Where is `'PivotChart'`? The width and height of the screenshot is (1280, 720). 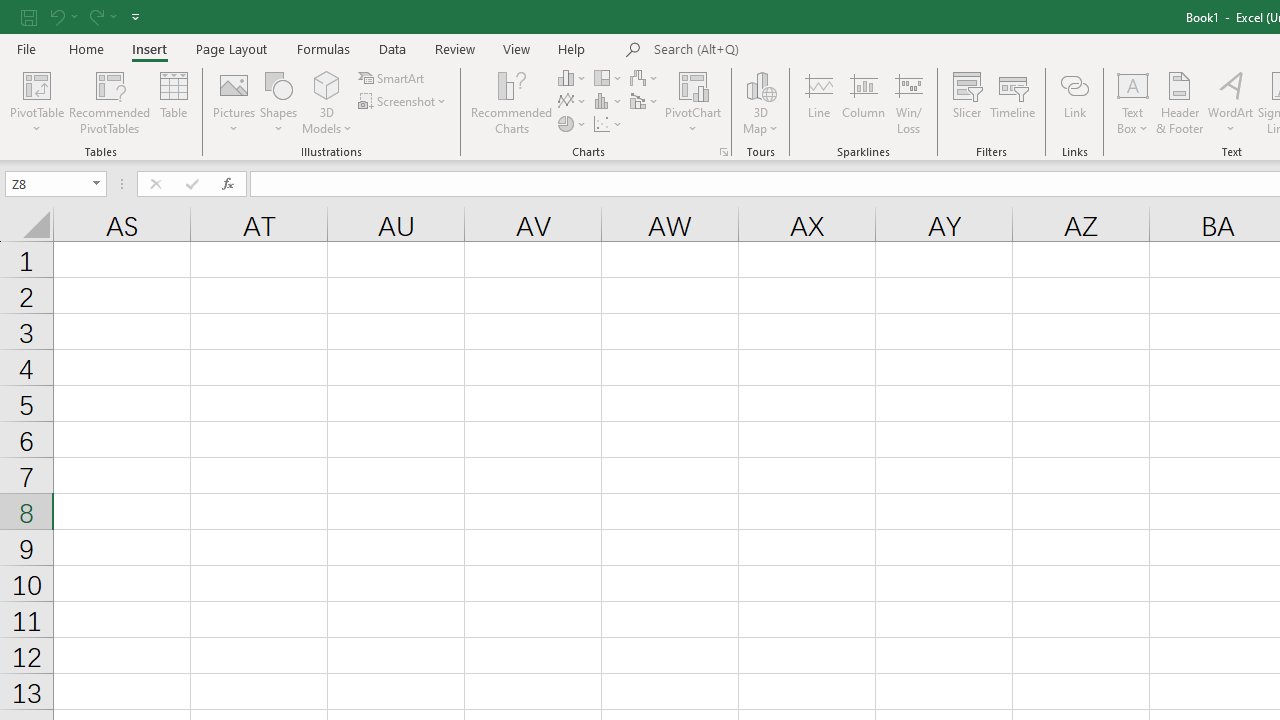
'PivotChart' is located at coordinates (693, 103).